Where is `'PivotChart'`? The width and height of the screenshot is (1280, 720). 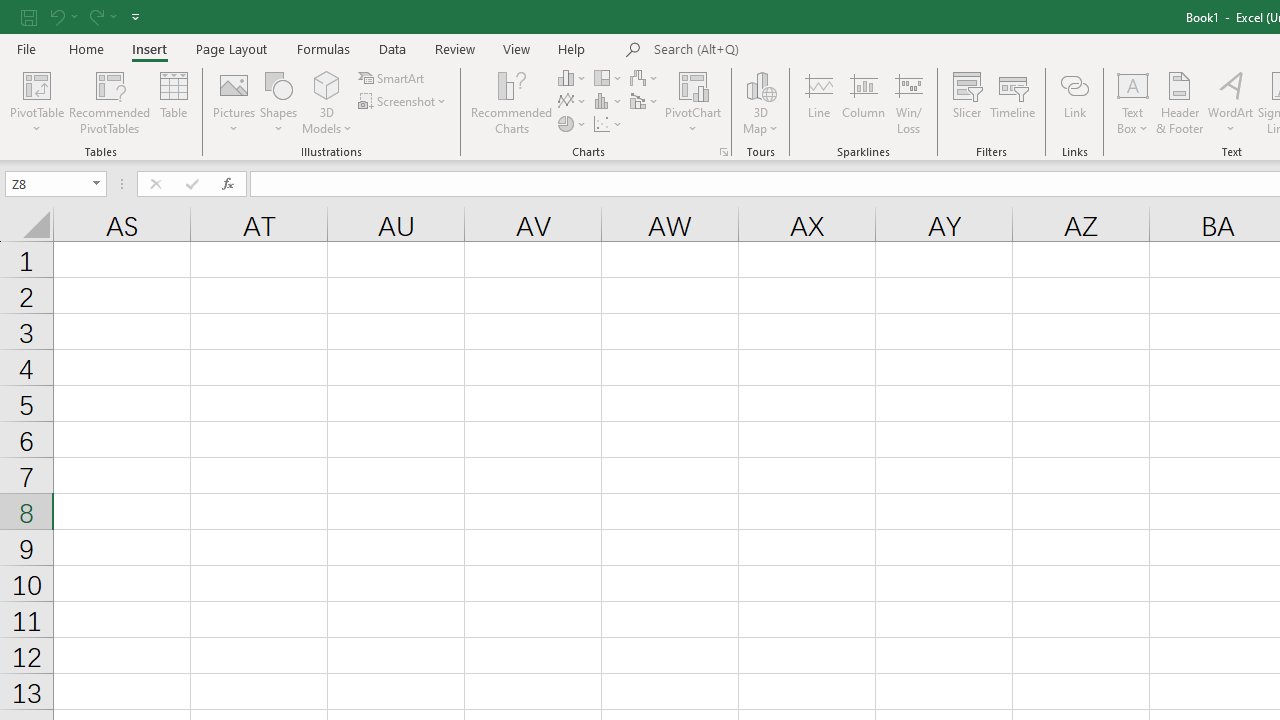
'PivotChart' is located at coordinates (693, 103).